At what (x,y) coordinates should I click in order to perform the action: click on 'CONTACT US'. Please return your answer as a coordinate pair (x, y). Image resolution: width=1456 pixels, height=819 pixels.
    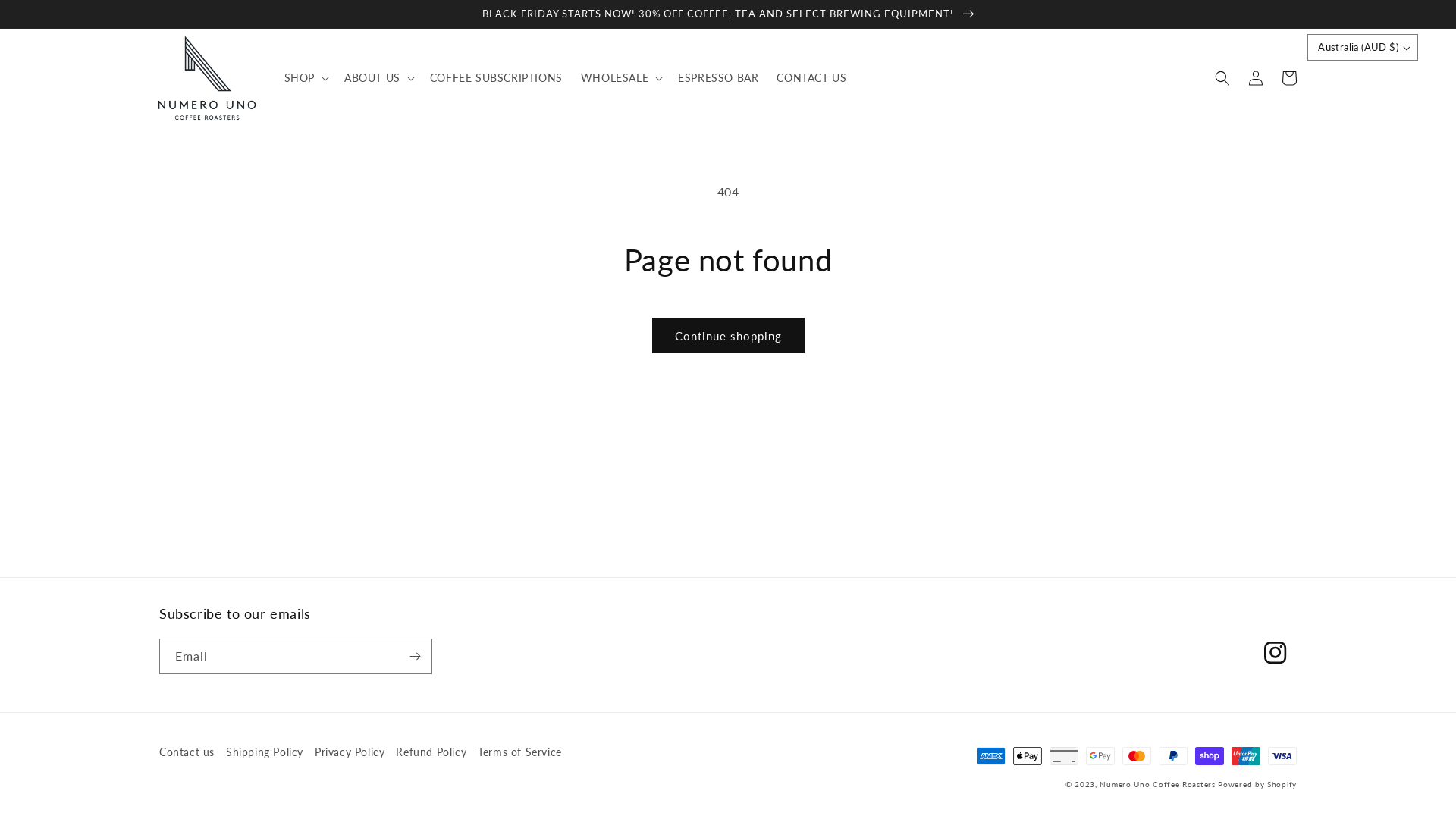
    Looking at the image, I should click on (767, 78).